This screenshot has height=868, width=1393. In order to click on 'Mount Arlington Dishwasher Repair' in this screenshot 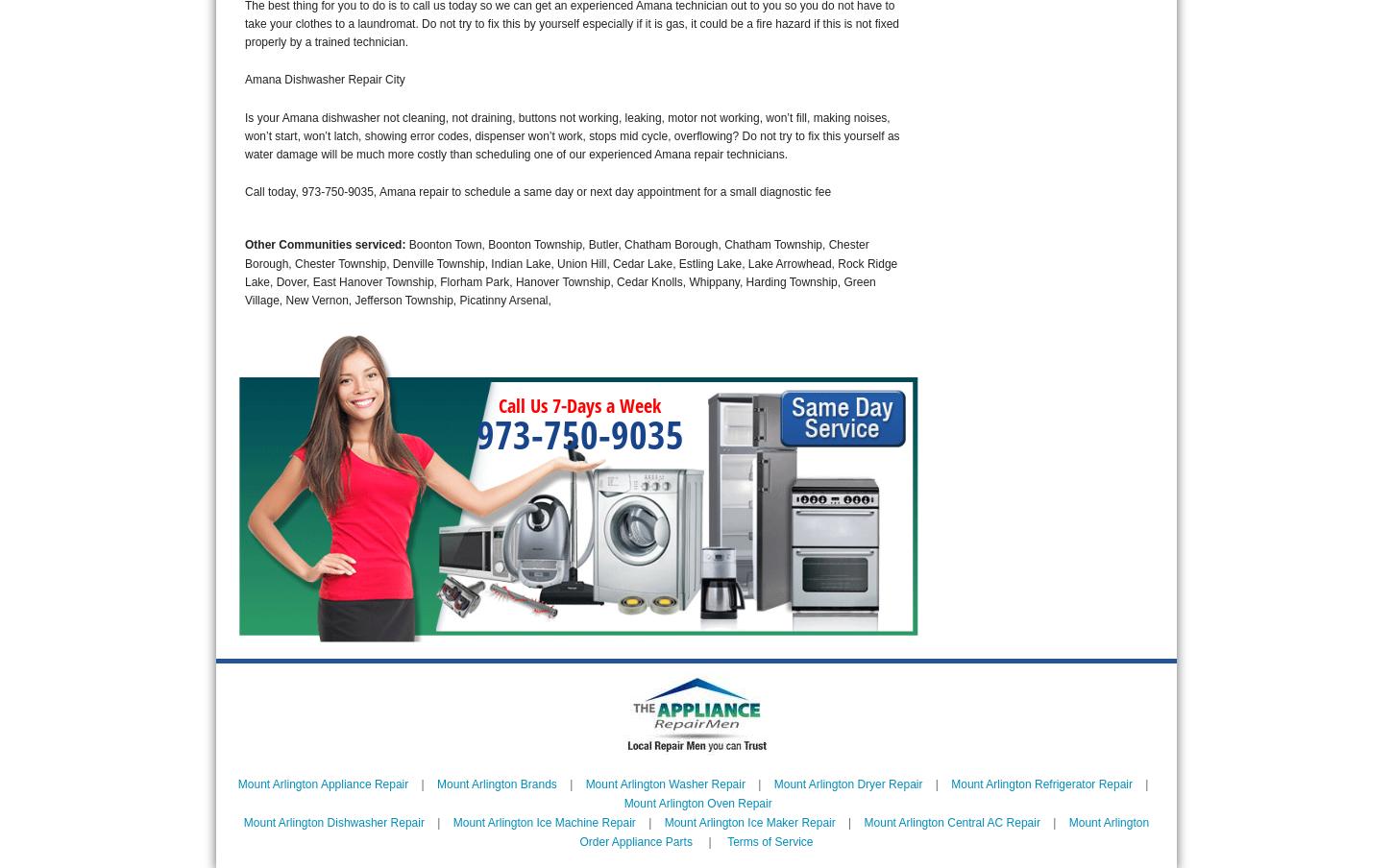, I will do `click(332, 821)`.